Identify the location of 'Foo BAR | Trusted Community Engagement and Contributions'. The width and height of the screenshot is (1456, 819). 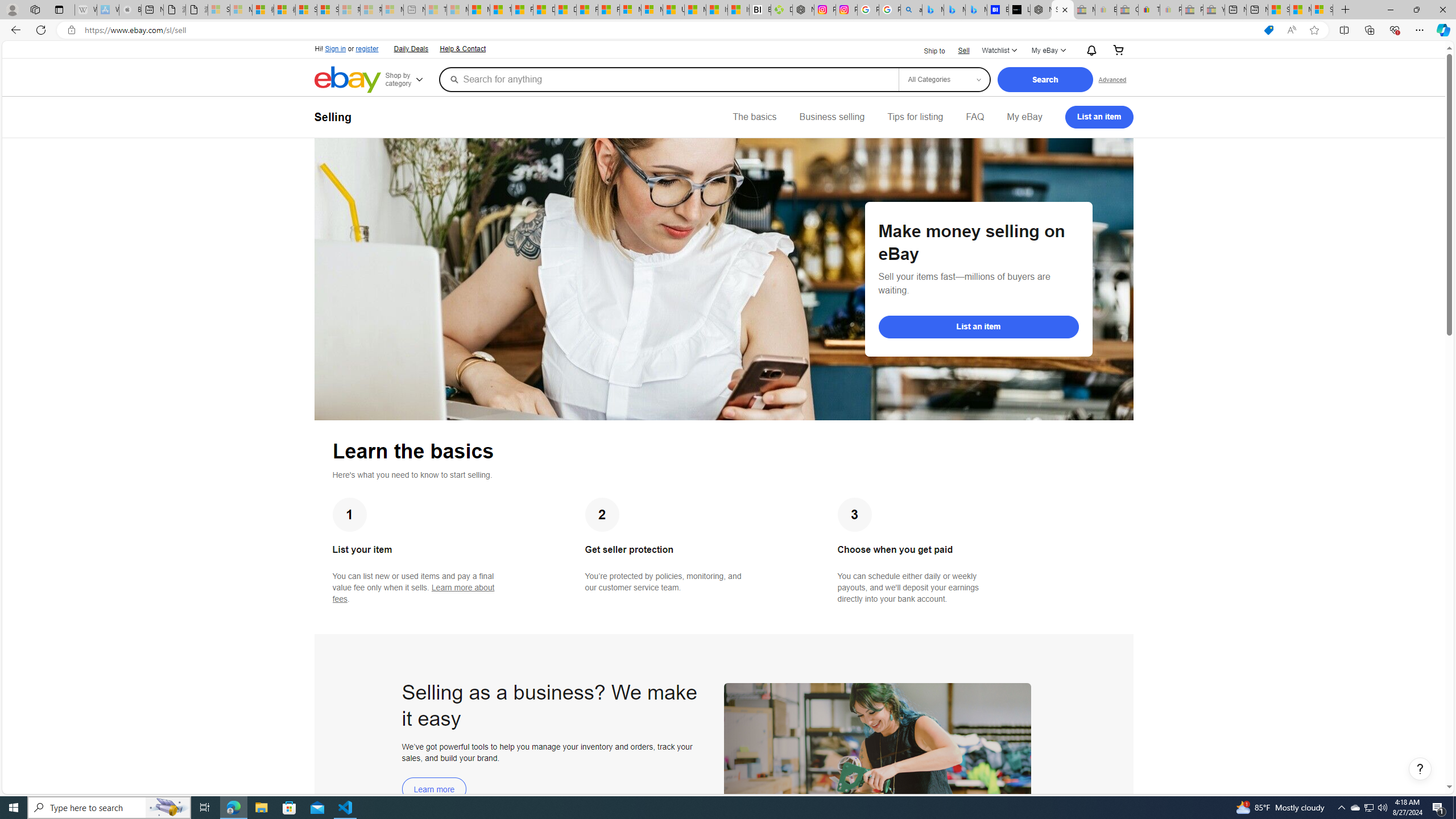
(608, 9).